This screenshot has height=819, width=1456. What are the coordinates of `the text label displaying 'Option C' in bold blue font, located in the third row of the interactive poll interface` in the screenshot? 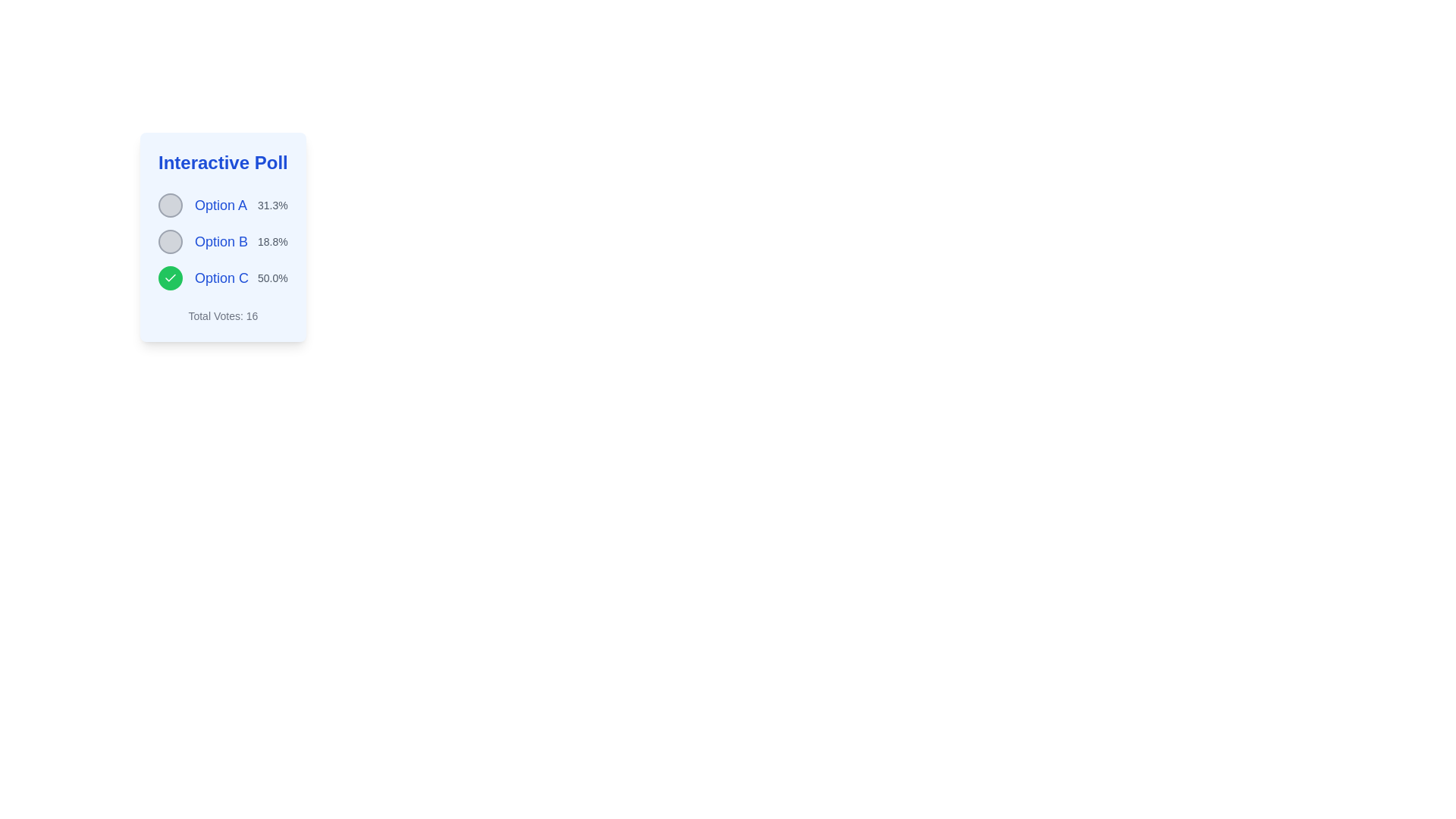 It's located at (202, 278).